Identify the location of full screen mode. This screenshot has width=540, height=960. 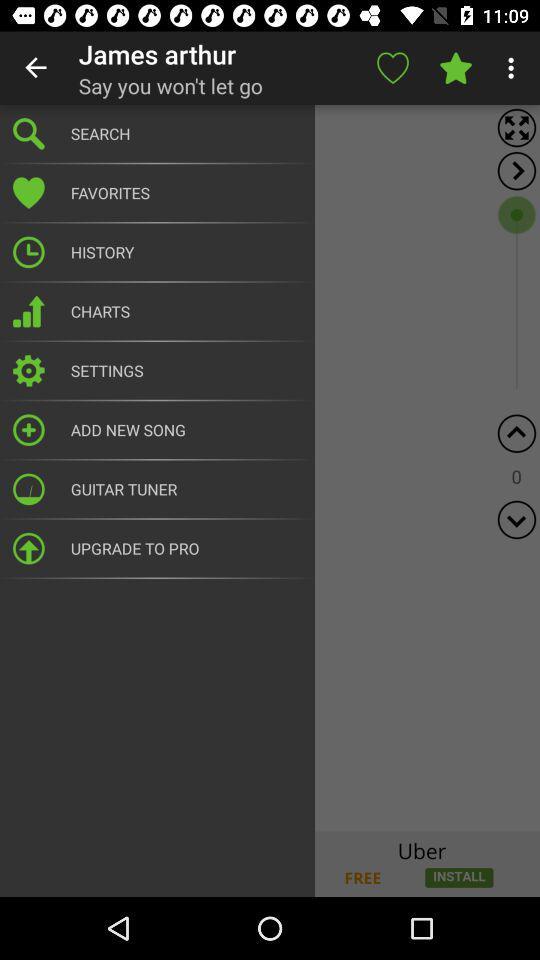
(516, 127).